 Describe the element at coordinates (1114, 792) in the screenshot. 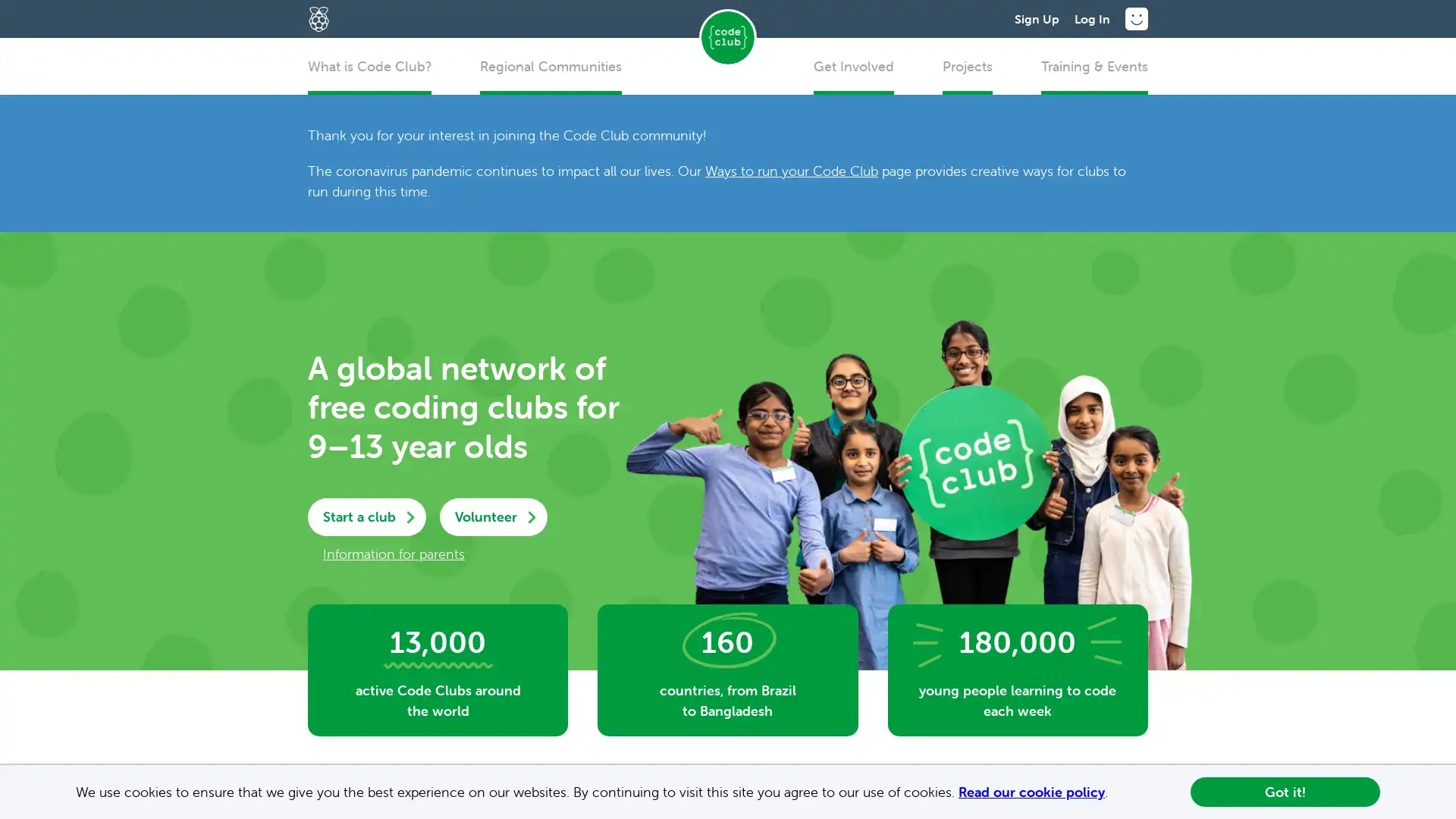

I see `learn more about cookies` at that location.